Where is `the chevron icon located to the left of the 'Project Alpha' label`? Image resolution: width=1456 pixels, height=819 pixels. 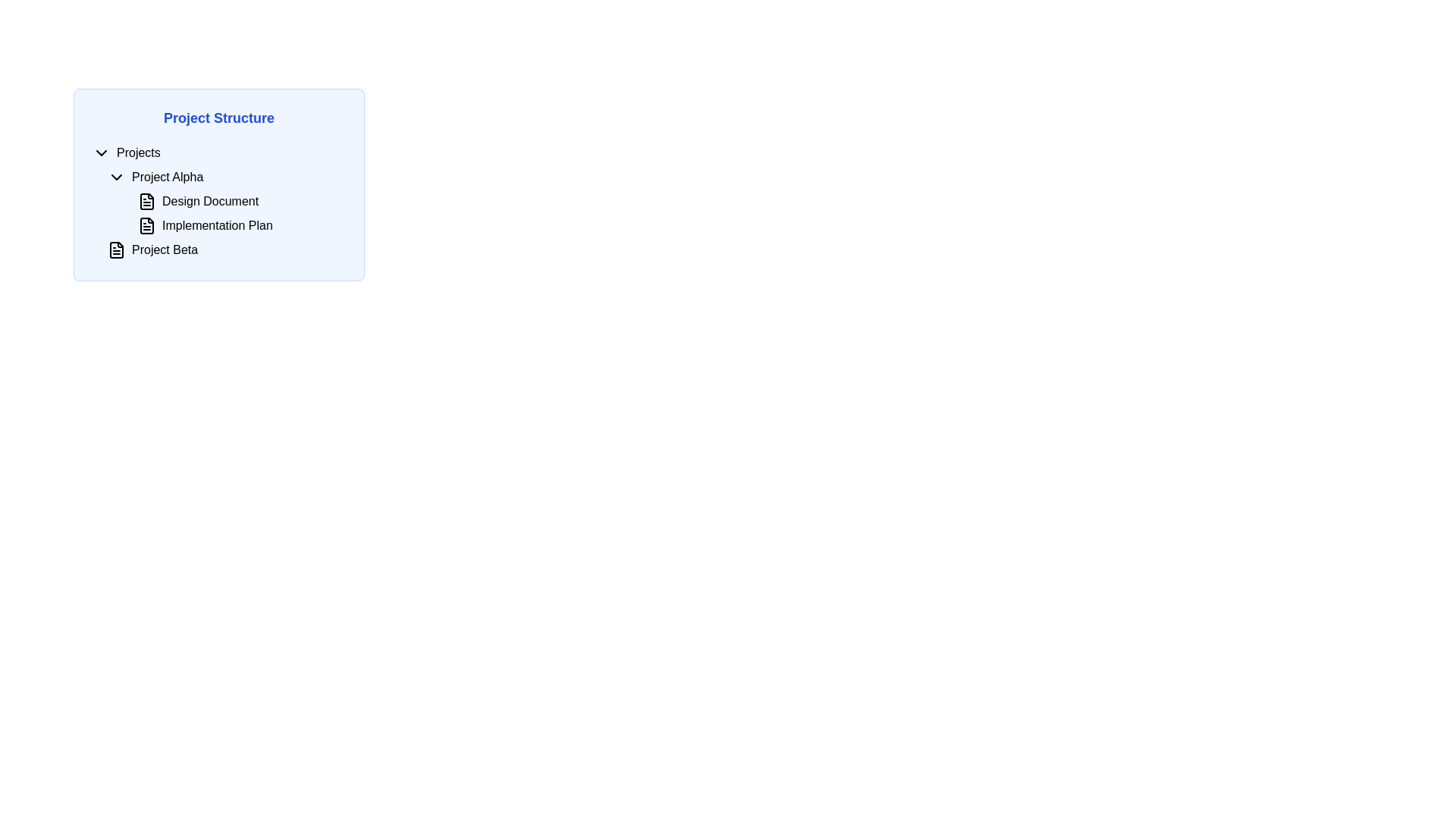 the chevron icon located to the left of the 'Project Alpha' label is located at coordinates (115, 177).